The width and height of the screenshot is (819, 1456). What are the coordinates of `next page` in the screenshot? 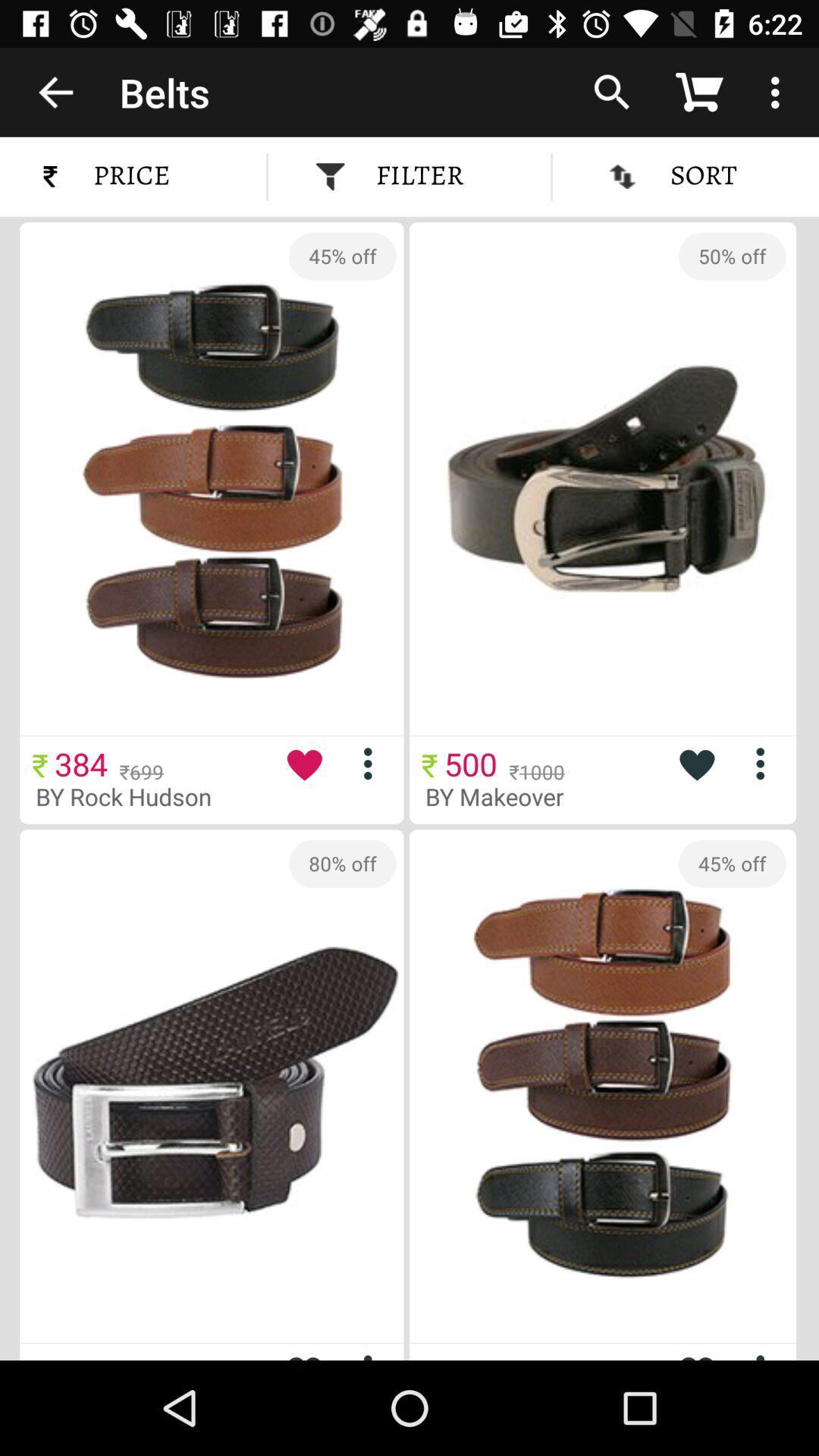 It's located at (374, 1354).